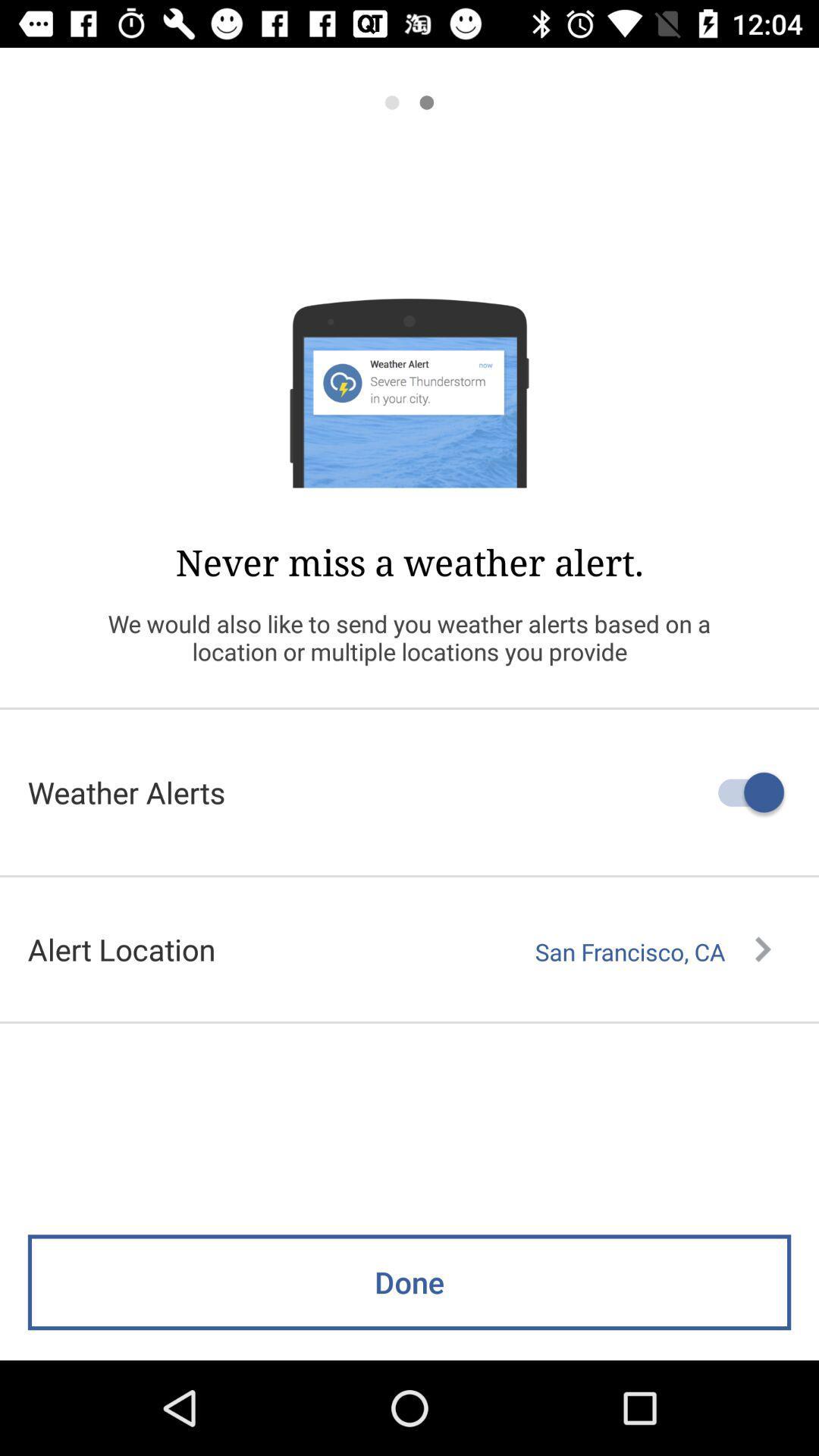  Describe the element at coordinates (652, 951) in the screenshot. I see `the san francisco, ca item` at that location.